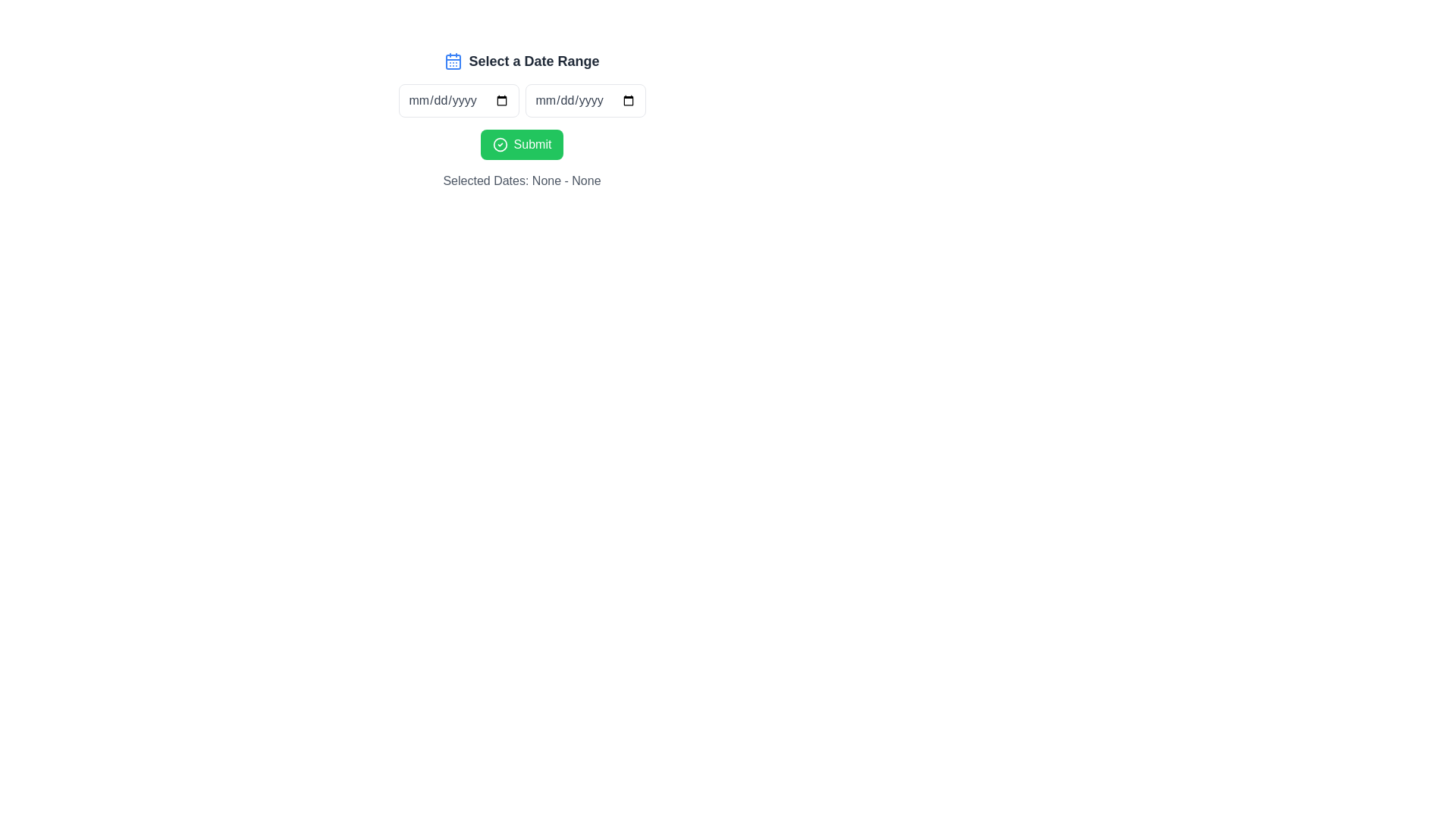 This screenshot has height=819, width=1456. What do you see at coordinates (457, 100) in the screenshot?
I see `the Date Input Field located at the top-left corner of the date range selection layout` at bounding box center [457, 100].